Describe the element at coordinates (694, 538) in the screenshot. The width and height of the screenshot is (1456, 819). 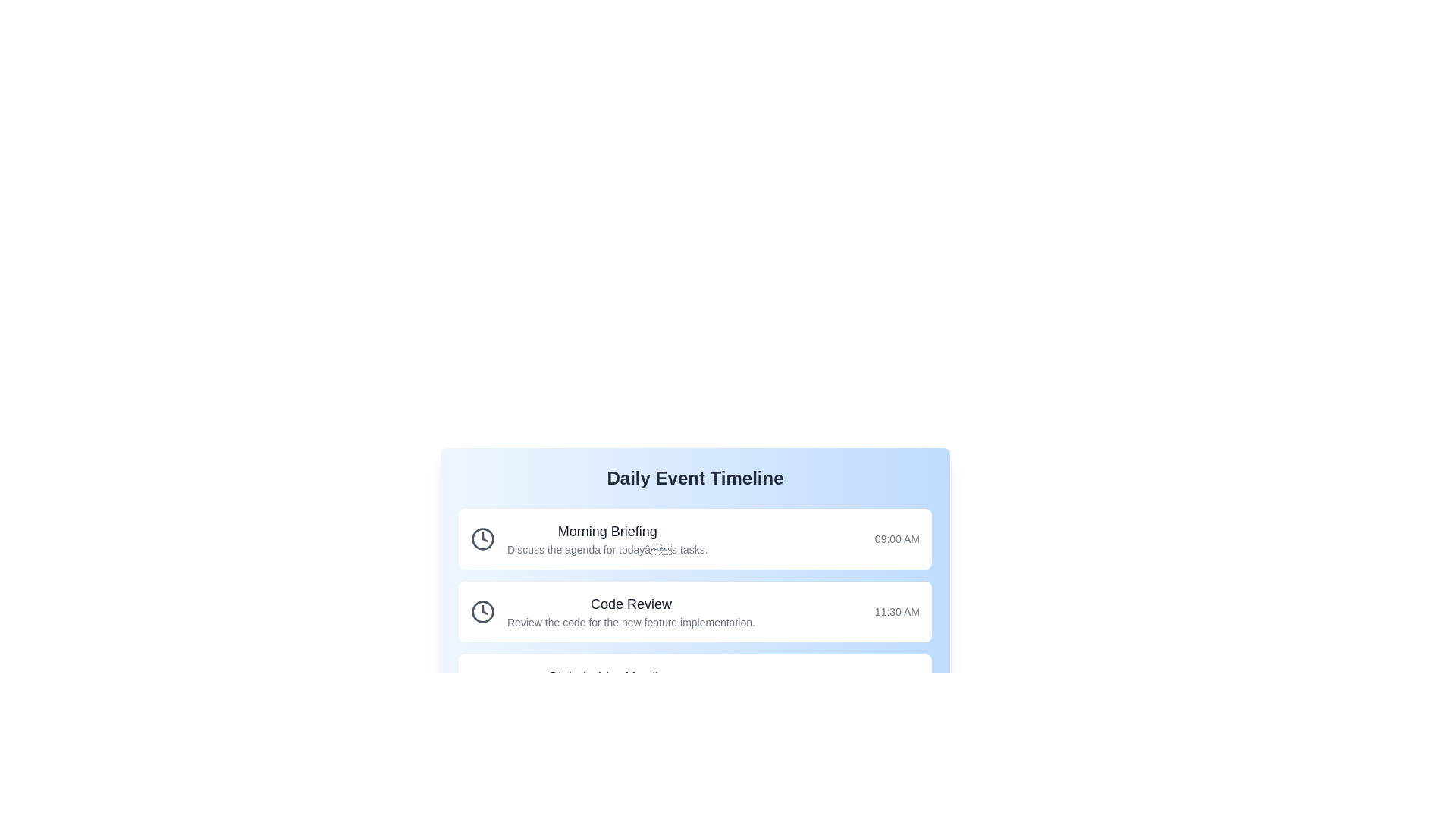
I see `the event titled 'Morning Briefing' to see the hover effect` at that location.